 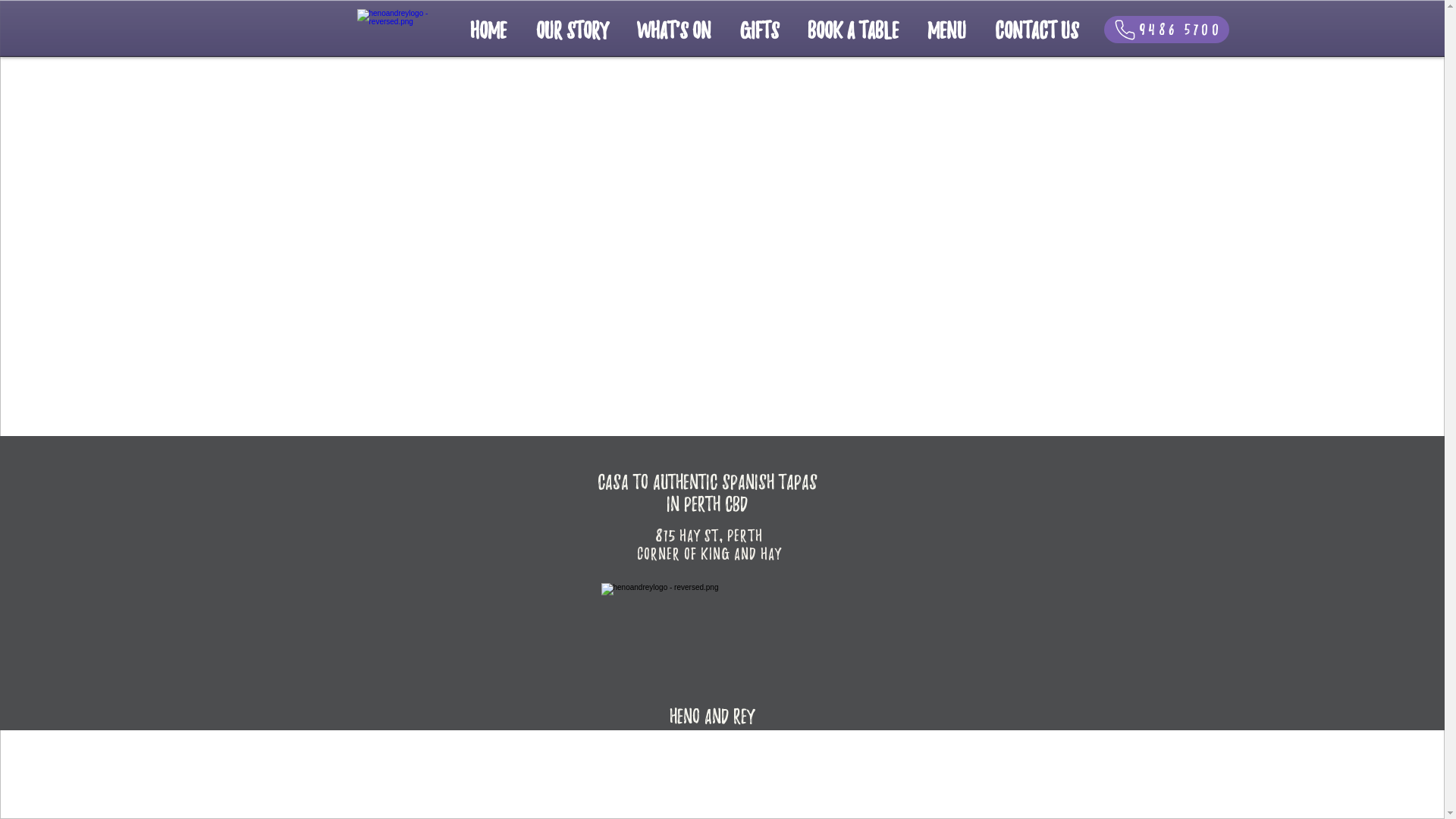 I want to click on '9486 5700', so click(x=1166, y=29).